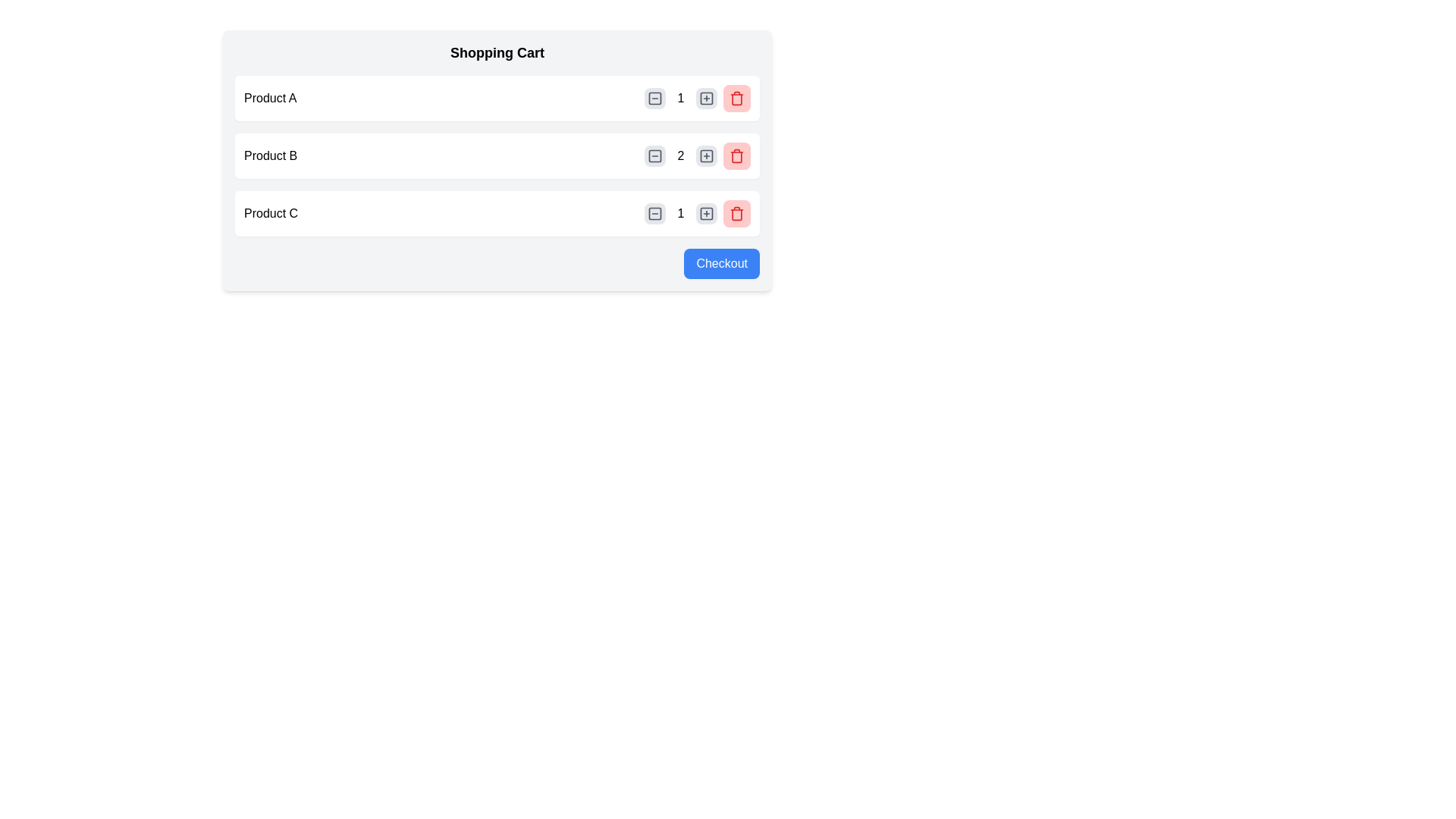  What do you see at coordinates (655, 99) in the screenshot?
I see `the decrement button for 'Product A' to decrease its quantity by one` at bounding box center [655, 99].